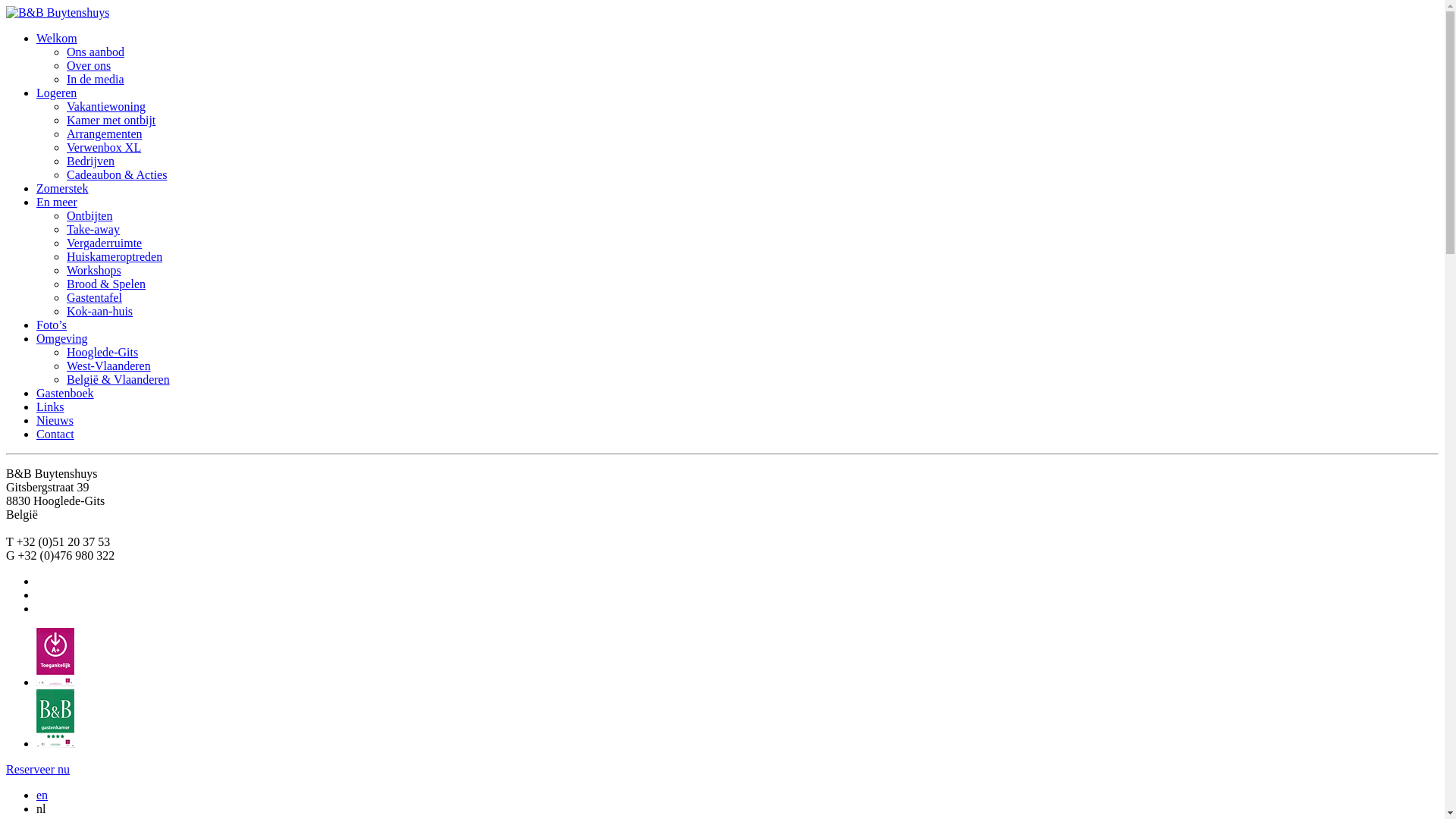  Describe the element at coordinates (65, 174) in the screenshot. I see `'Cadeaubon & Acties'` at that location.